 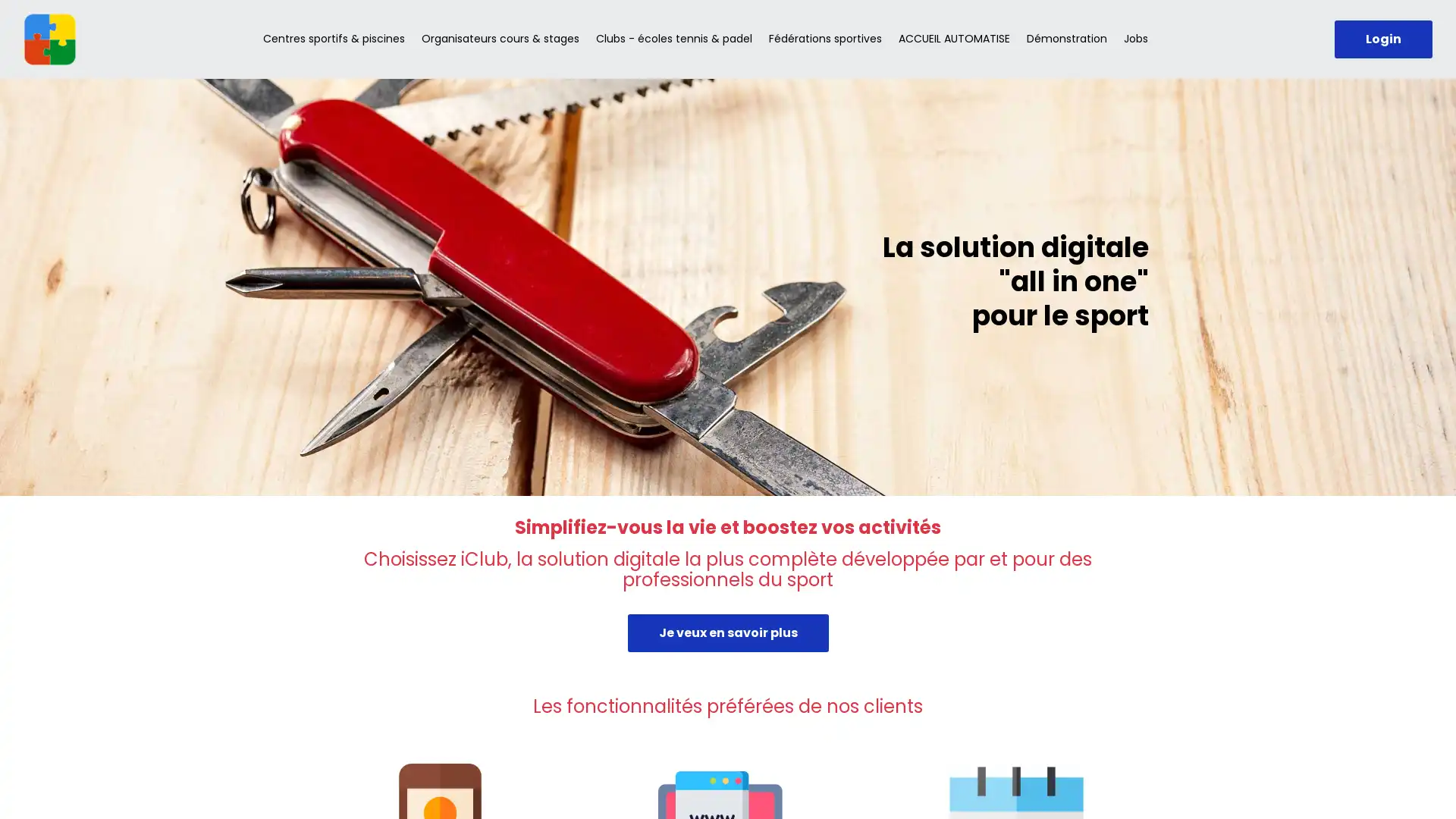 What do you see at coordinates (1065, 38) in the screenshot?
I see `Demonstration` at bounding box center [1065, 38].